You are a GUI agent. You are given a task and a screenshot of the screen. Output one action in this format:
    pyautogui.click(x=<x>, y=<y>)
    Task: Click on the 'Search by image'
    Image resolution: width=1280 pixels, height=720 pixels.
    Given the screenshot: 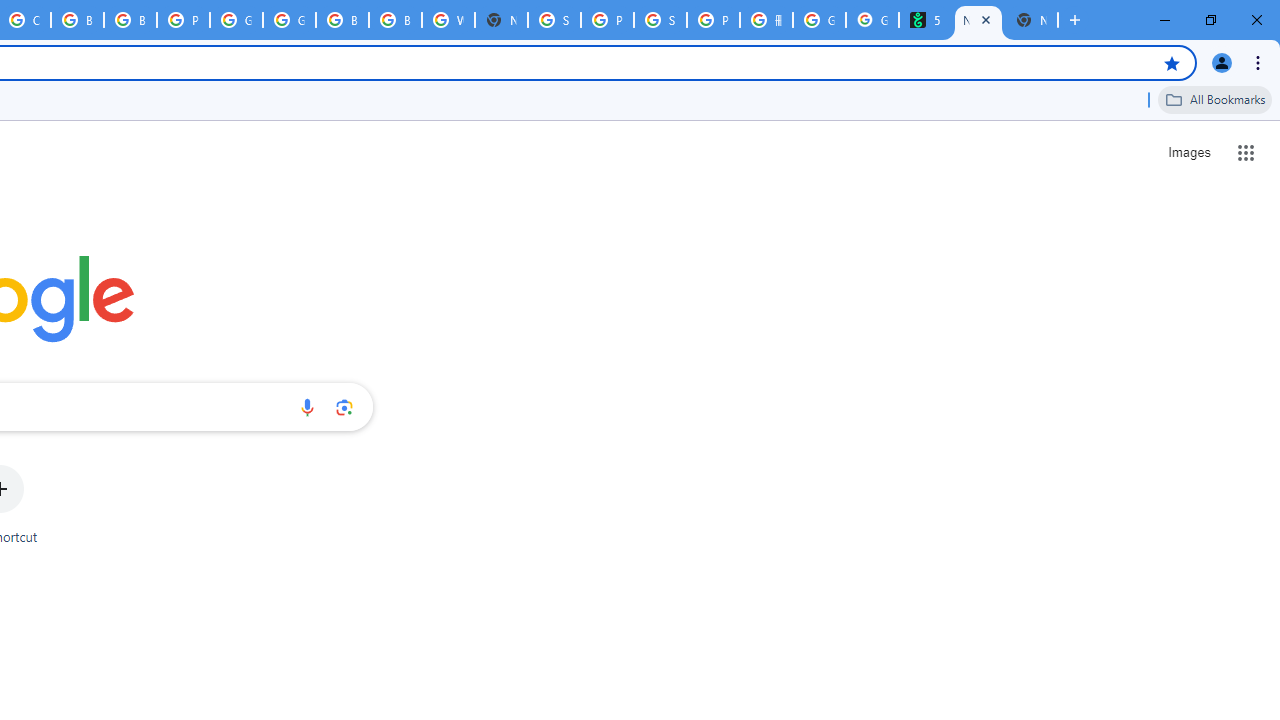 What is the action you would take?
    pyautogui.click(x=344, y=406)
    